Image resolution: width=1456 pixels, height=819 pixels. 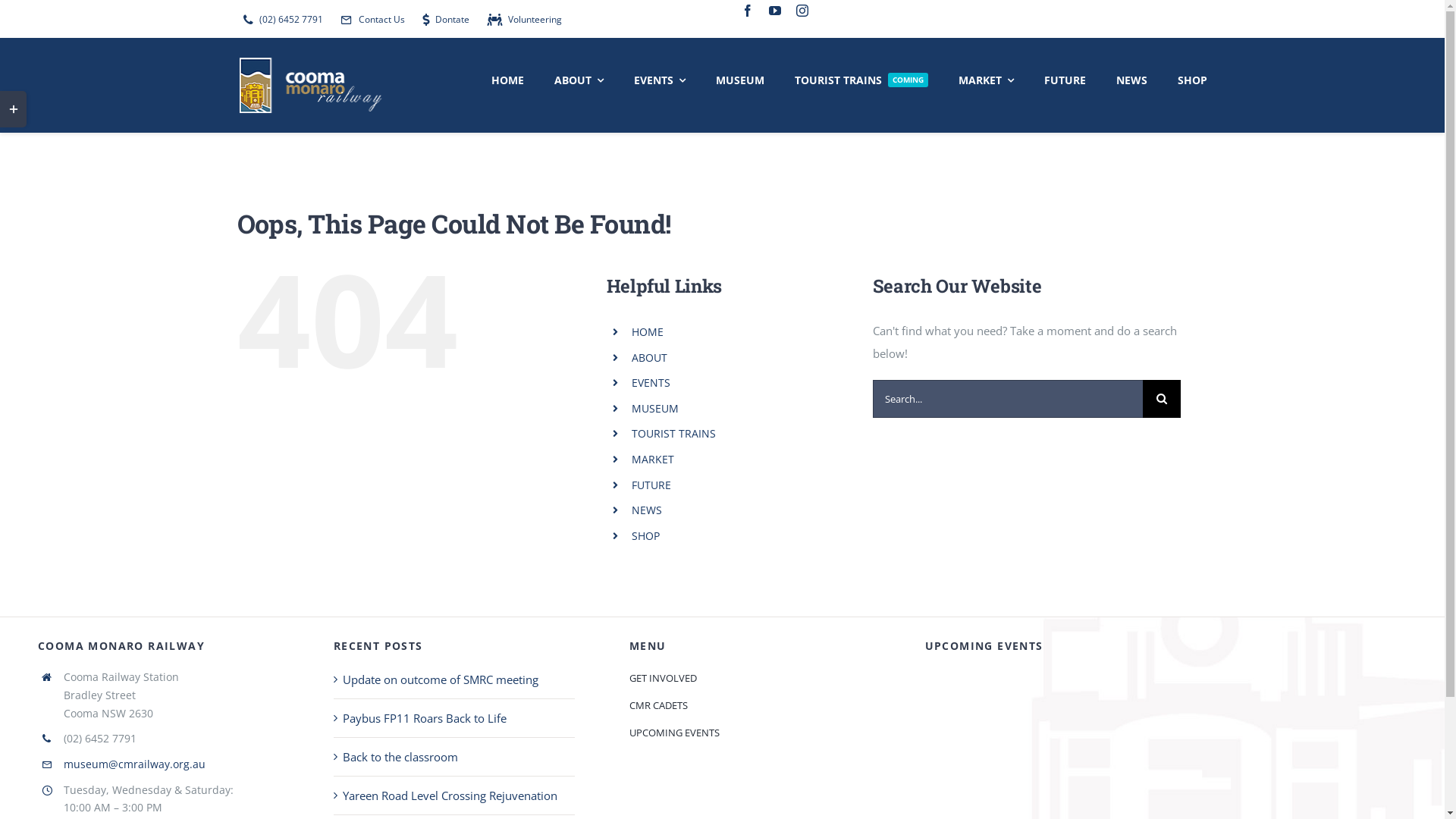 What do you see at coordinates (341, 757) in the screenshot?
I see `'Back to the classroom'` at bounding box center [341, 757].